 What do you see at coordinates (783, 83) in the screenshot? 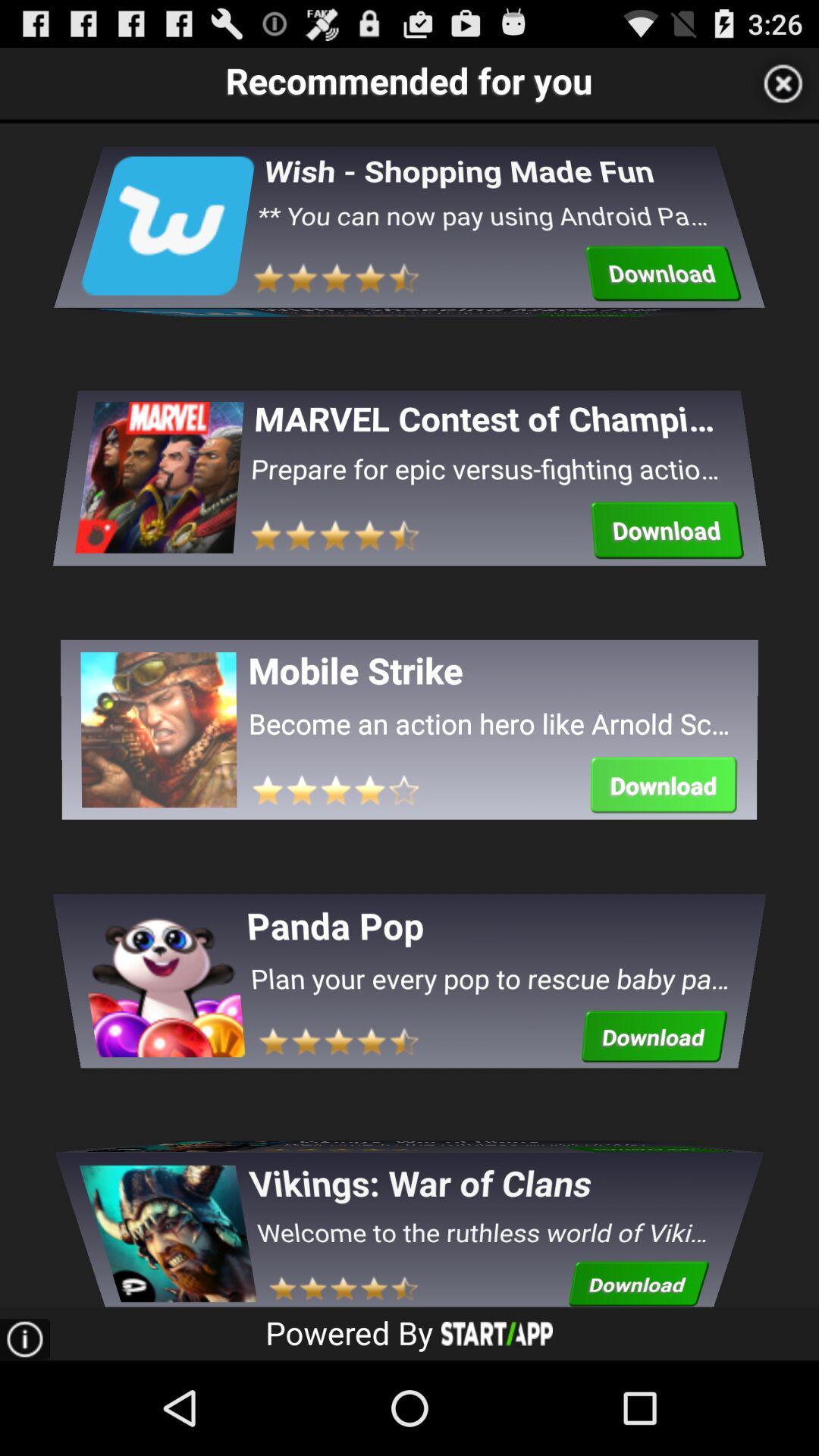
I see `item next to recommended for you app` at bounding box center [783, 83].